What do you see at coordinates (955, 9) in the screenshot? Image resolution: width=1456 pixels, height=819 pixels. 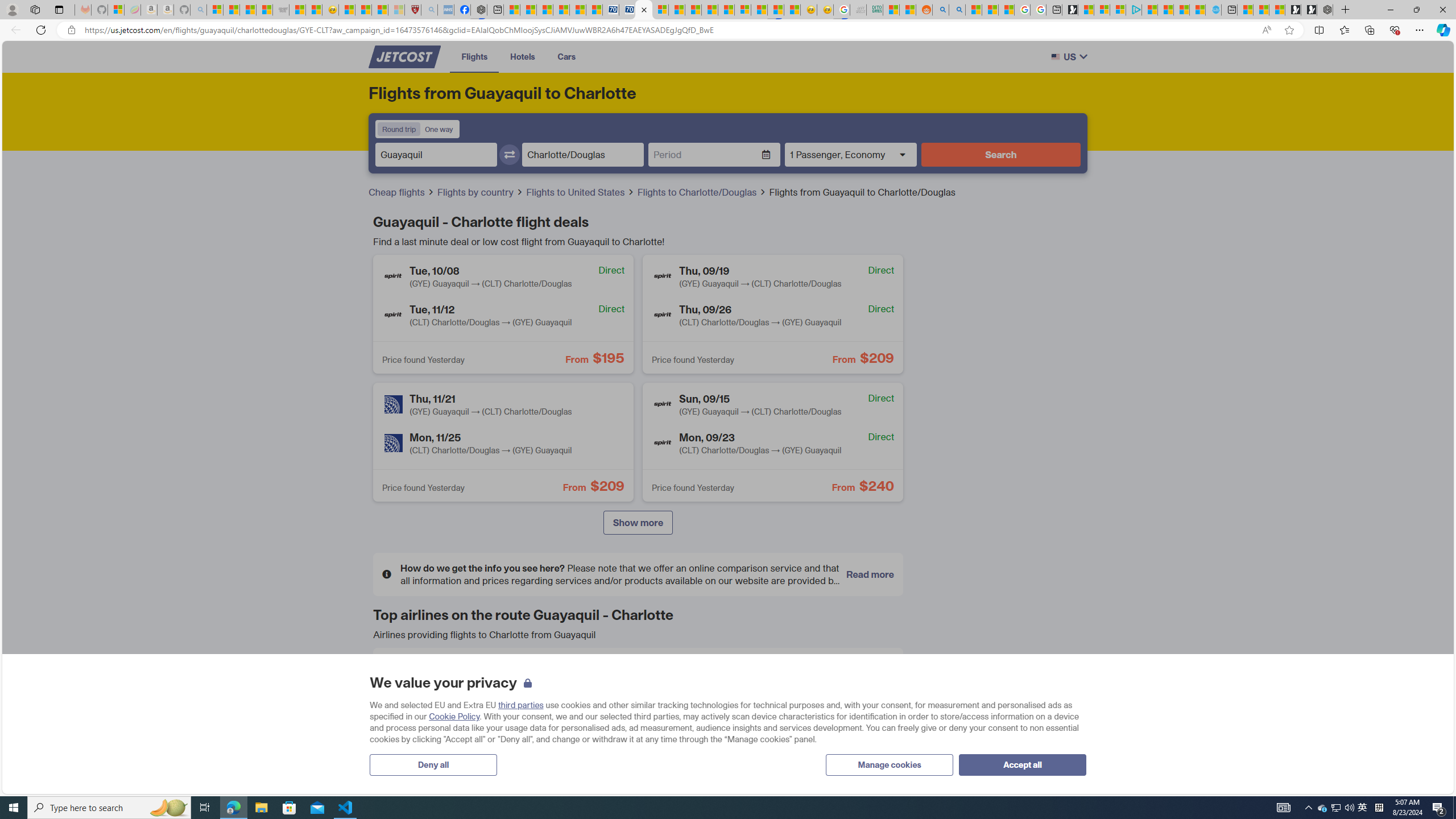 I see `'Utah sues federal government - Search'` at bounding box center [955, 9].